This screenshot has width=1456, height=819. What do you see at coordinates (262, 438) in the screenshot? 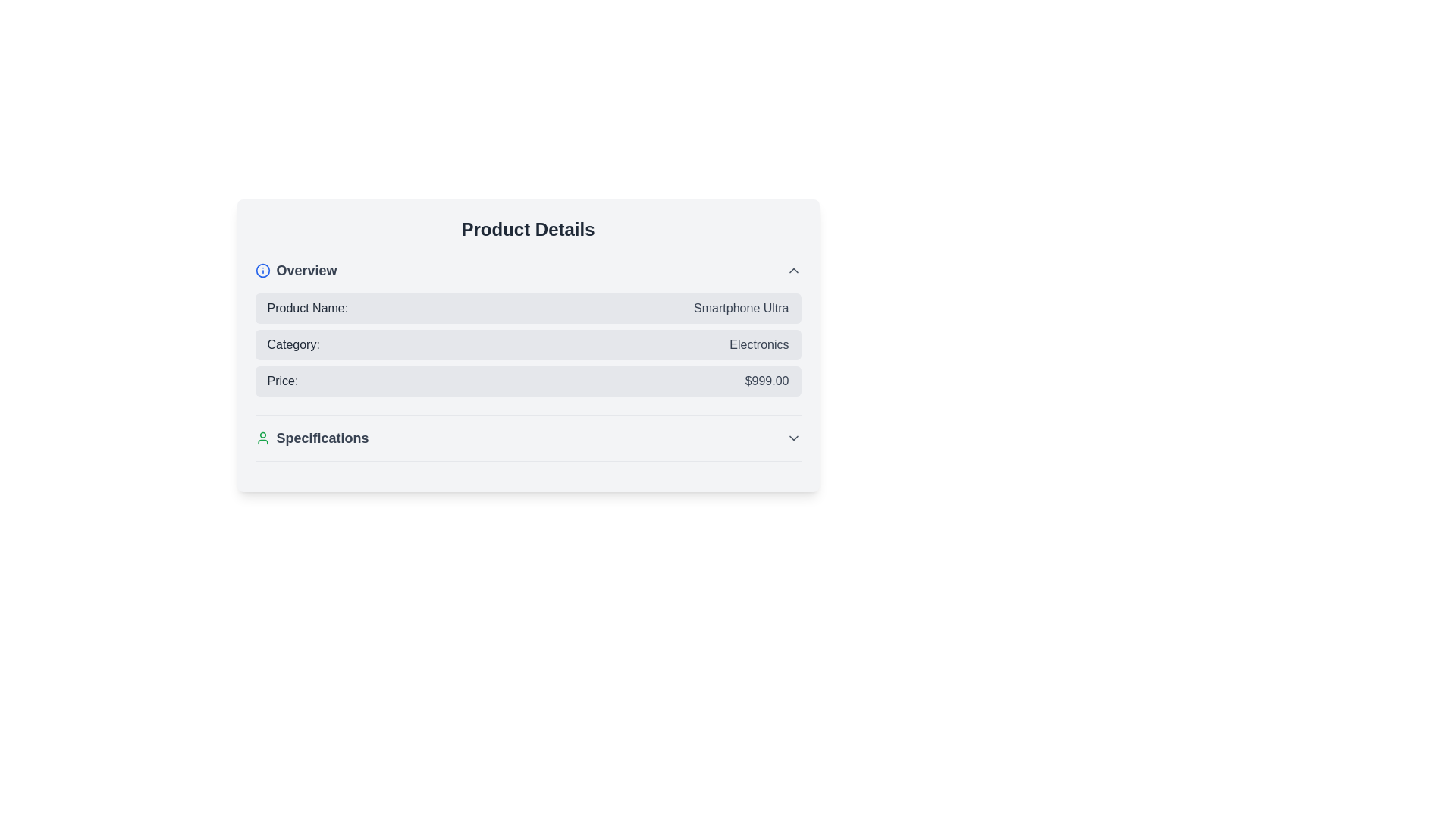
I see `the green user silhouette icon located to the left of the 'Specifications' text` at bounding box center [262, 438].